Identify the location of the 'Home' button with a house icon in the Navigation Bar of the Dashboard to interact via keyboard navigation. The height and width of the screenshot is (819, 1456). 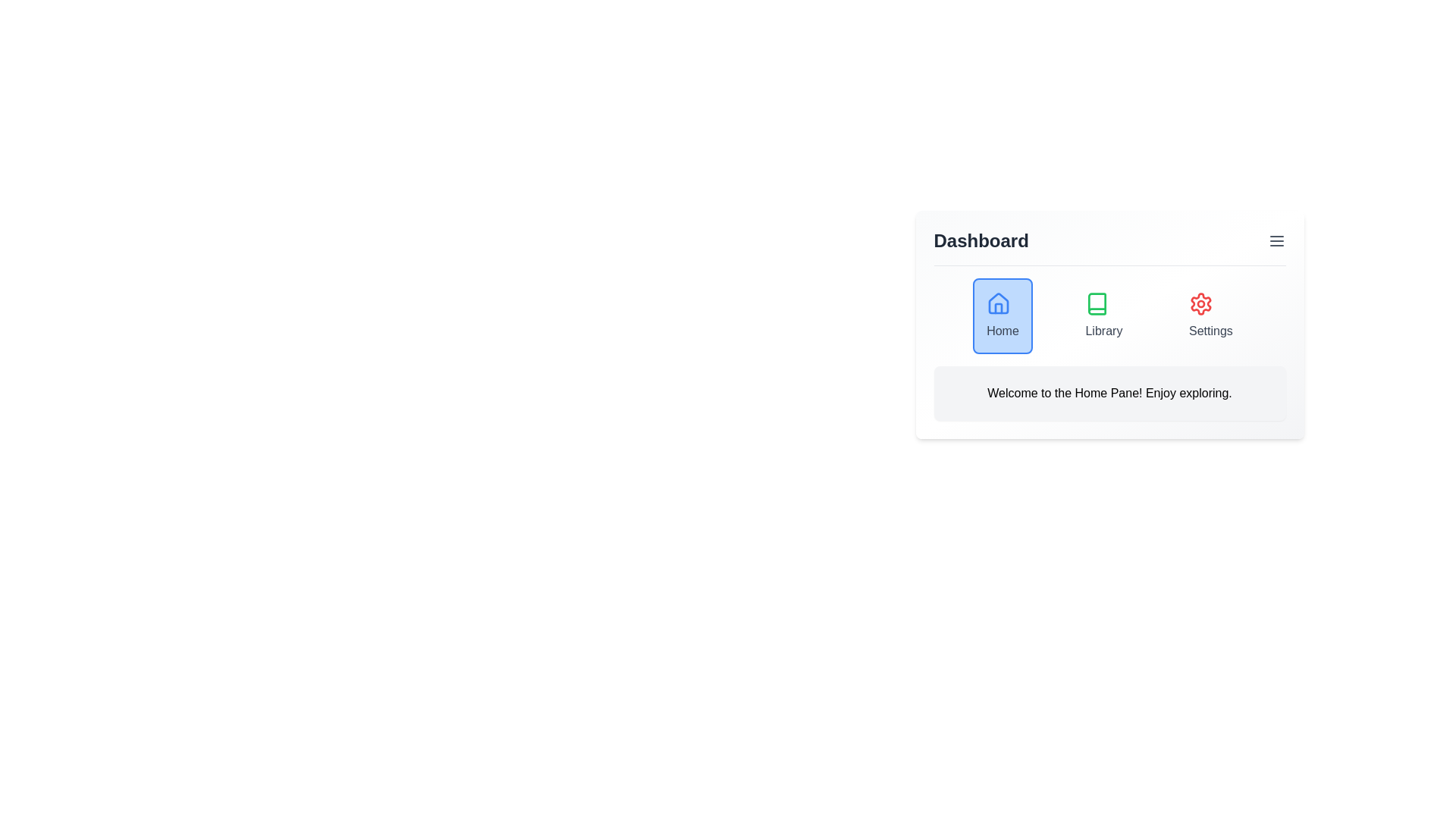
(1003, 315).